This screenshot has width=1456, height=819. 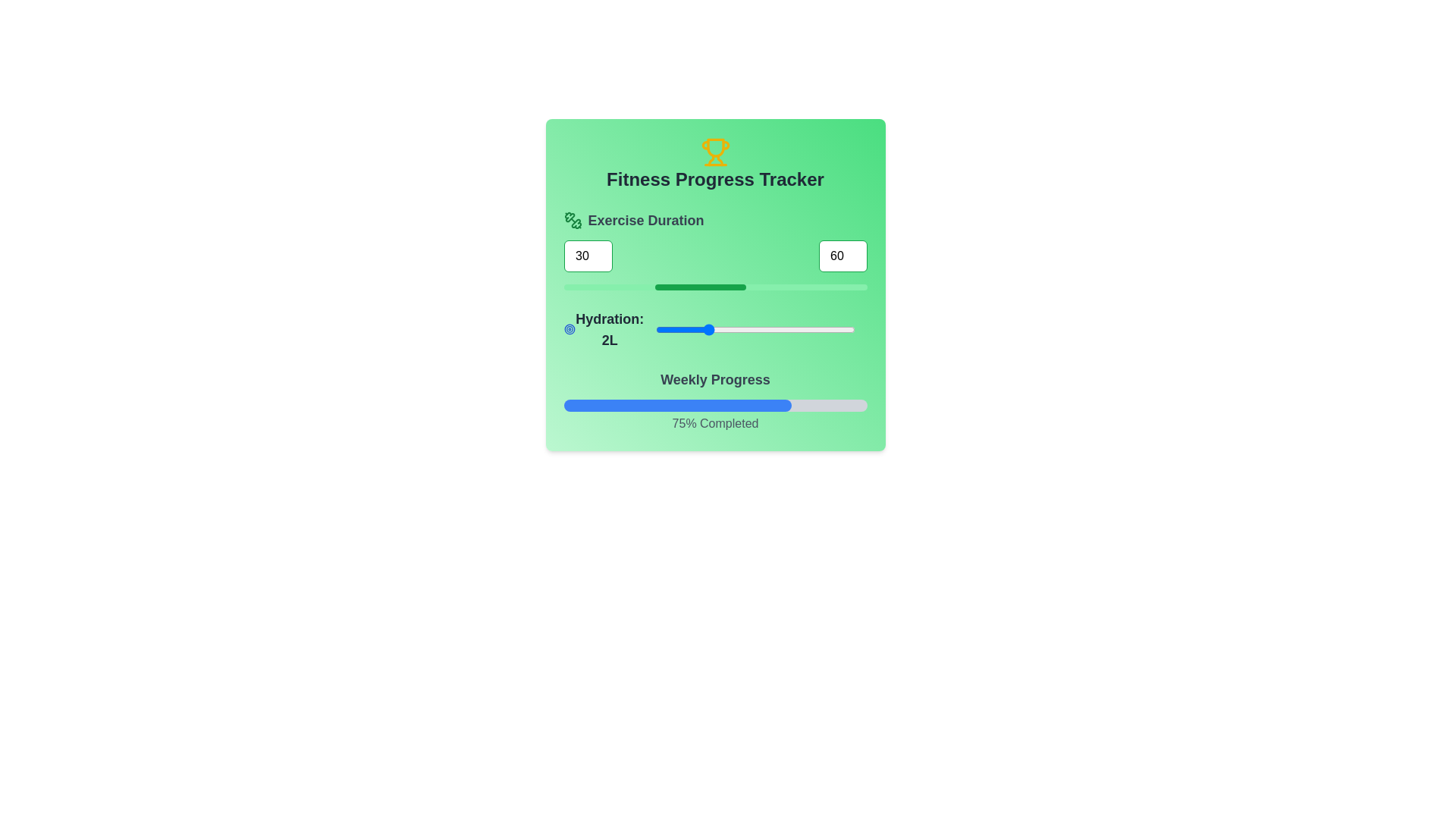 I want to click on the bold, large-font title 'Fitness Progress Tracker' which is styled in dark color against a gradient green background, positioned beneath a trophy icon and above progress tracking components, so click(x=714, y=178).